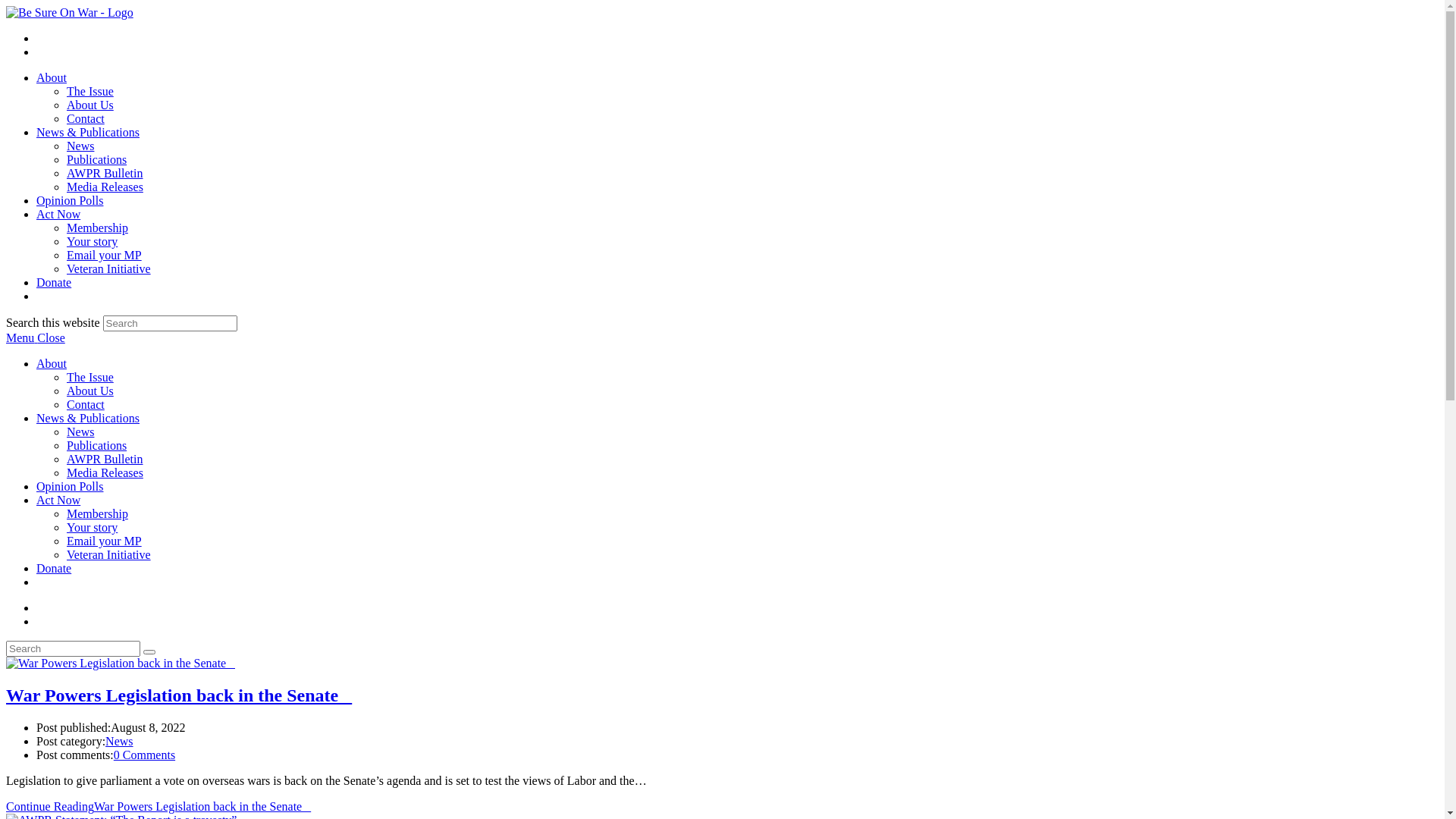 Image resolution: width=1456 pixels, height=819 pixels. Describe the element at coordinates (103, 540) in the screenshot. I see `'Email your MP'` at that location.